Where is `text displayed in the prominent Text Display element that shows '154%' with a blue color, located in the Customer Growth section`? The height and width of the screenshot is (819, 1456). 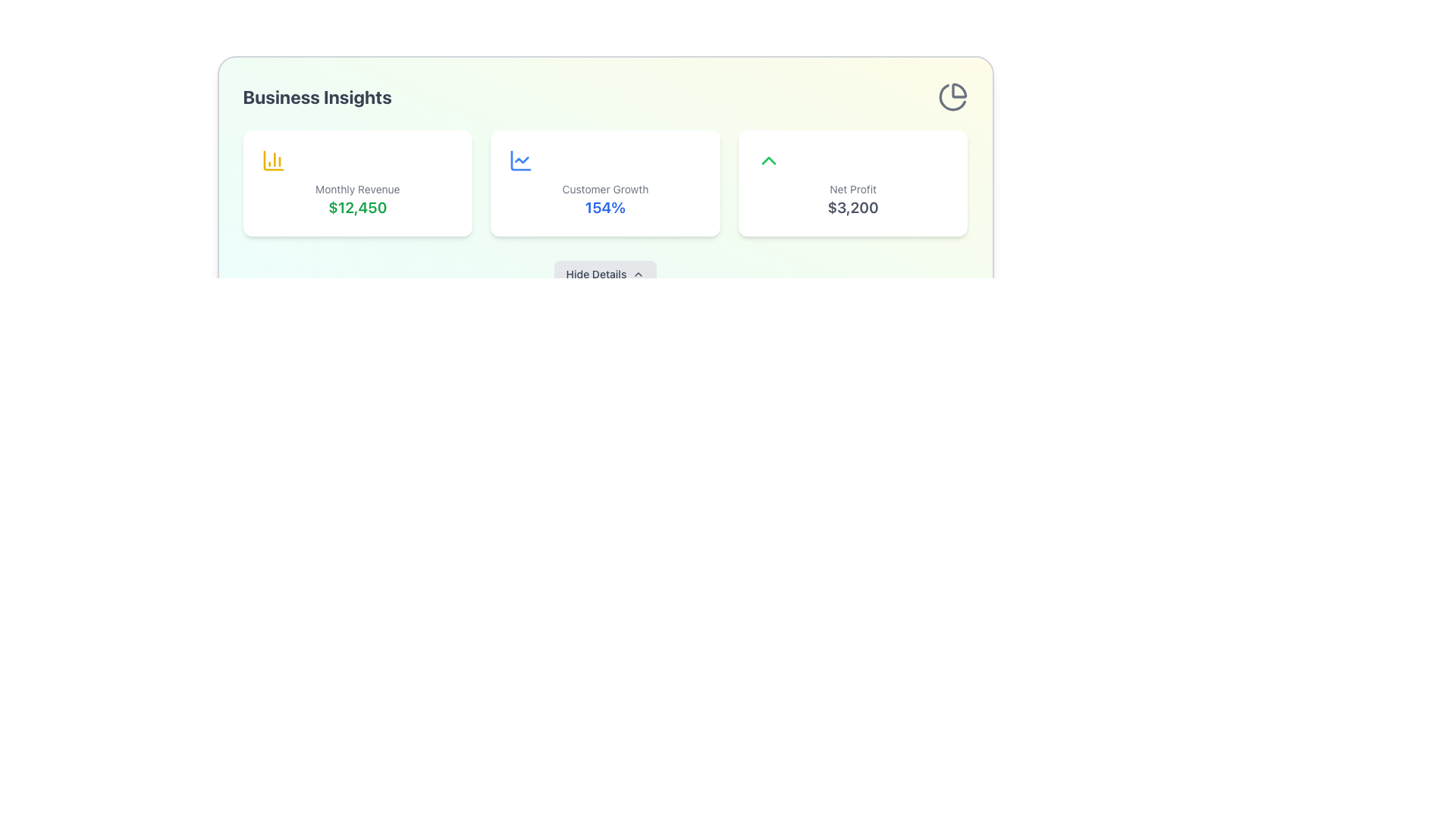 text displayed in the prominent Text Display element that shows '154%' with a blue color, located in the Customer Growth section is located at coordinates (604, 207).